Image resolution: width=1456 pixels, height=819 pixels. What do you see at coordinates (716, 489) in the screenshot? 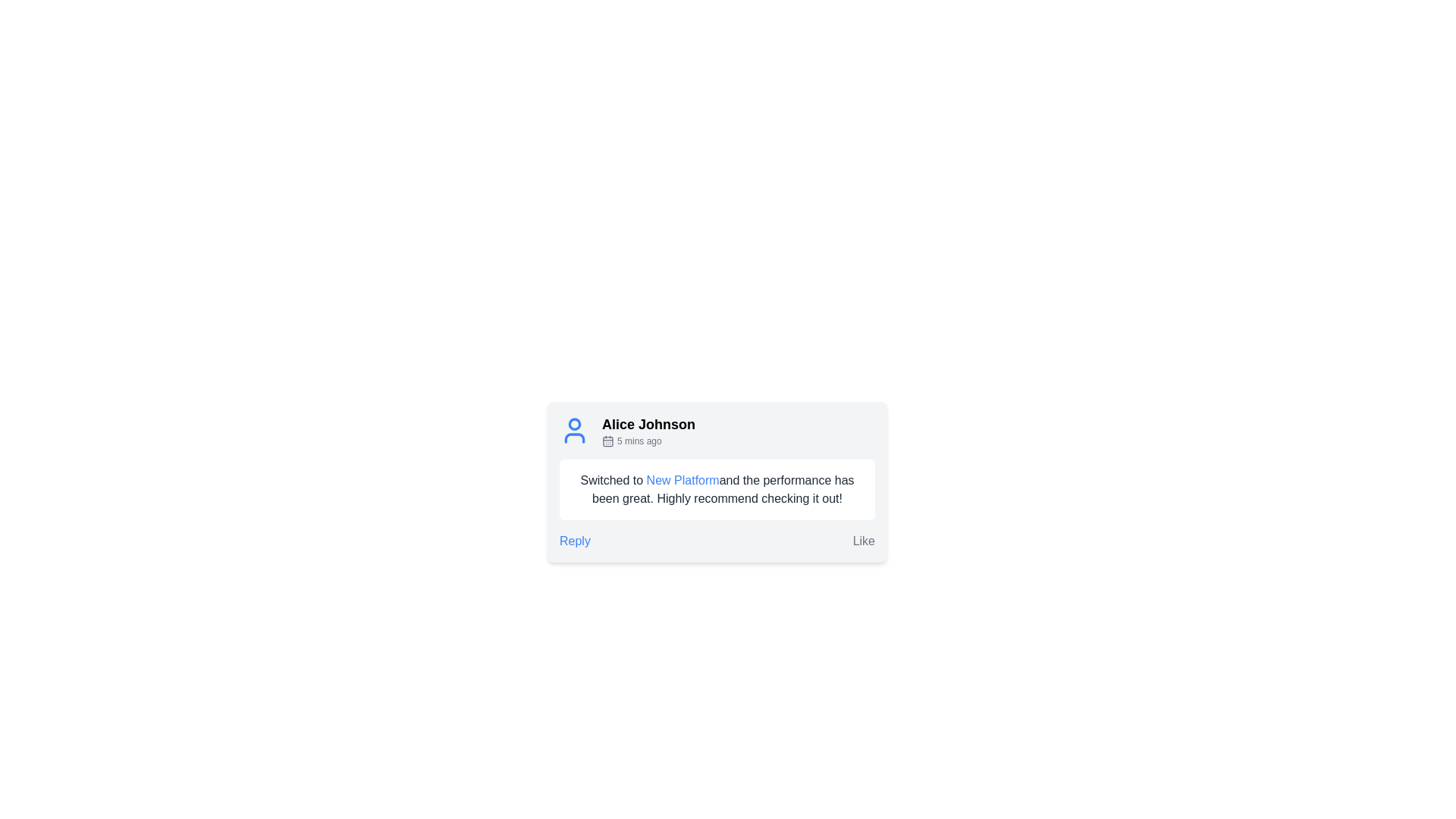
I see `the embedded hyperlink 'New Platform' within the user comment box following 'Alice Johnson'` at bounding box center [716, 489].